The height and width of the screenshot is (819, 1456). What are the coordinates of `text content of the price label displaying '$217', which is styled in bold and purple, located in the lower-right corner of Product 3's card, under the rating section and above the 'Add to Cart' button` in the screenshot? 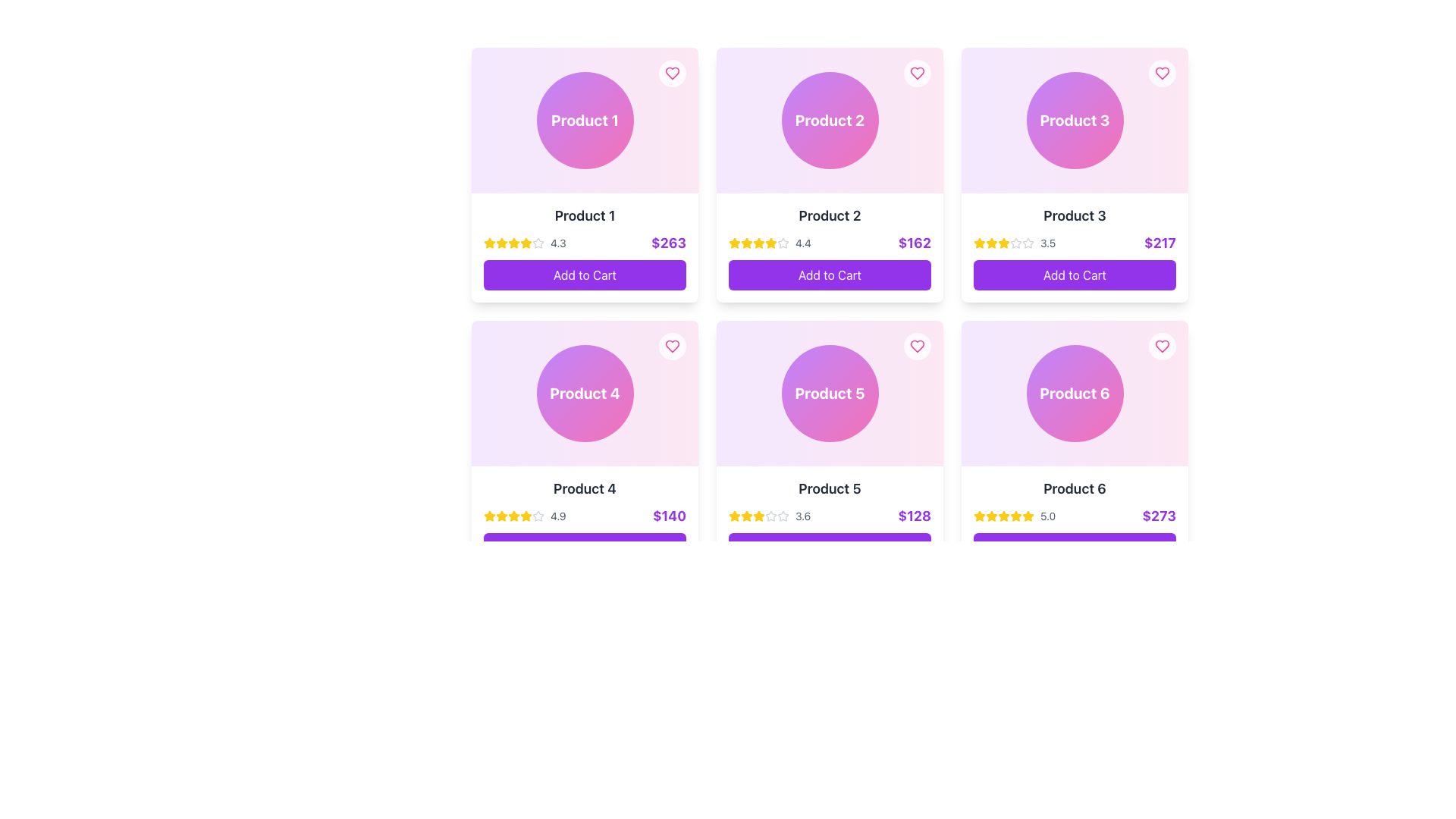 It's located at (1159, 242).